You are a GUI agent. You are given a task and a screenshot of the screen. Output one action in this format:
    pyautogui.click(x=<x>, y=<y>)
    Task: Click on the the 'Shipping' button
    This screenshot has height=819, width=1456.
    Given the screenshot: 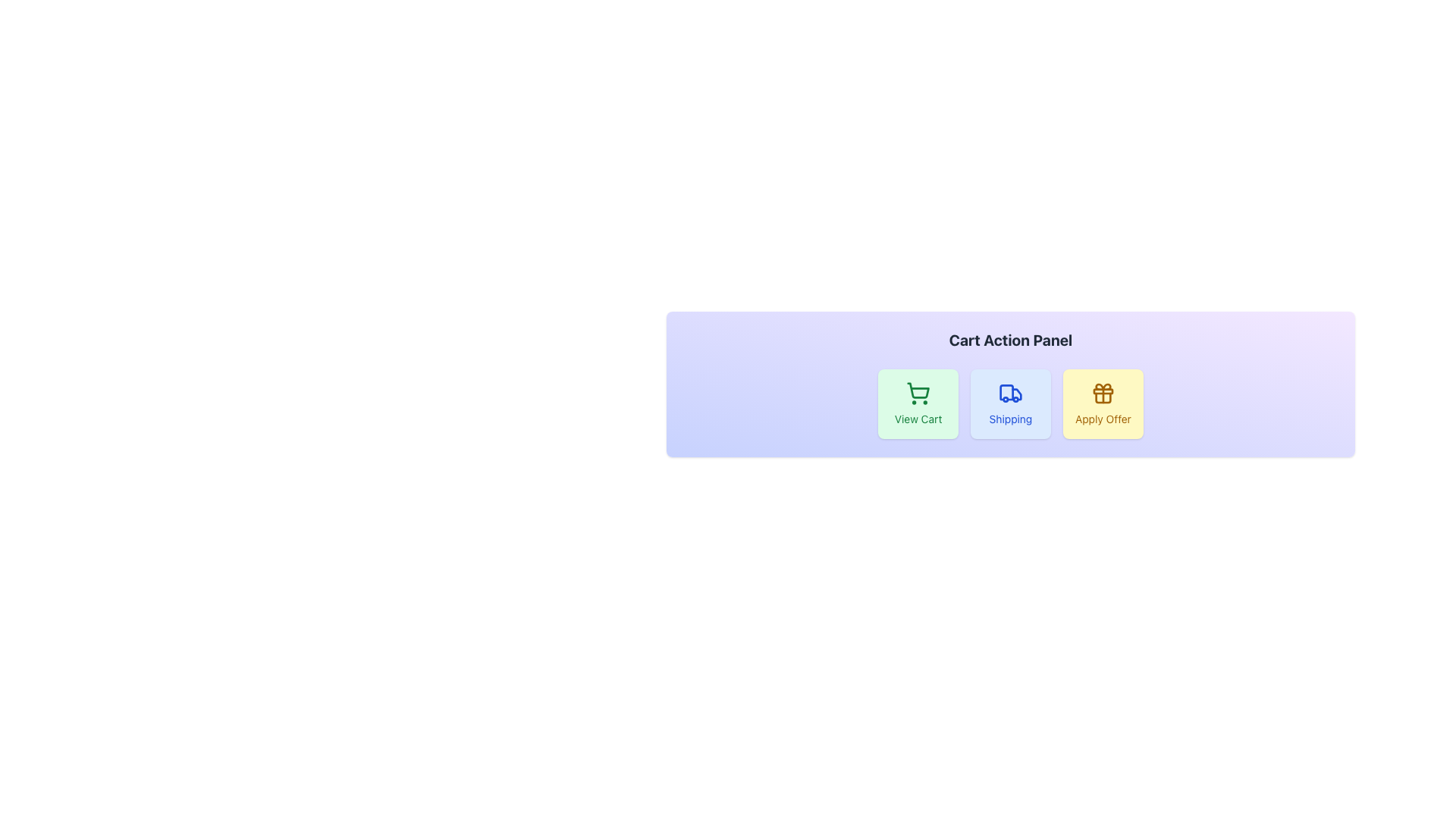 What is the action you would take?
    pyautogui.click(x=1011, y=403)
    